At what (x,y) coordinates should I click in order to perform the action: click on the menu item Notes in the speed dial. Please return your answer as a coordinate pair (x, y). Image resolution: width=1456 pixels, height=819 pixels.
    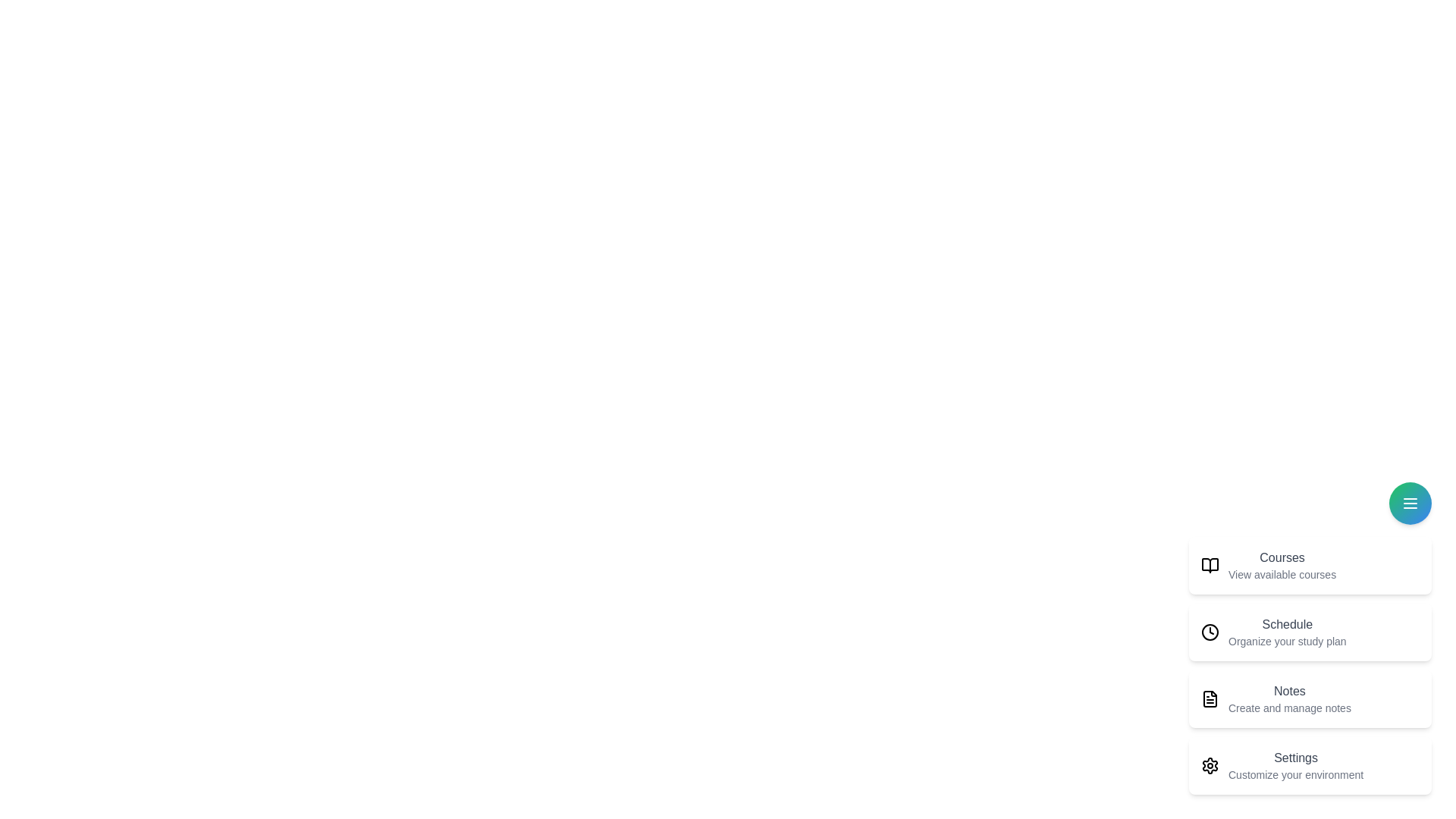
    Looking at the image, I should click on (1310, 698).